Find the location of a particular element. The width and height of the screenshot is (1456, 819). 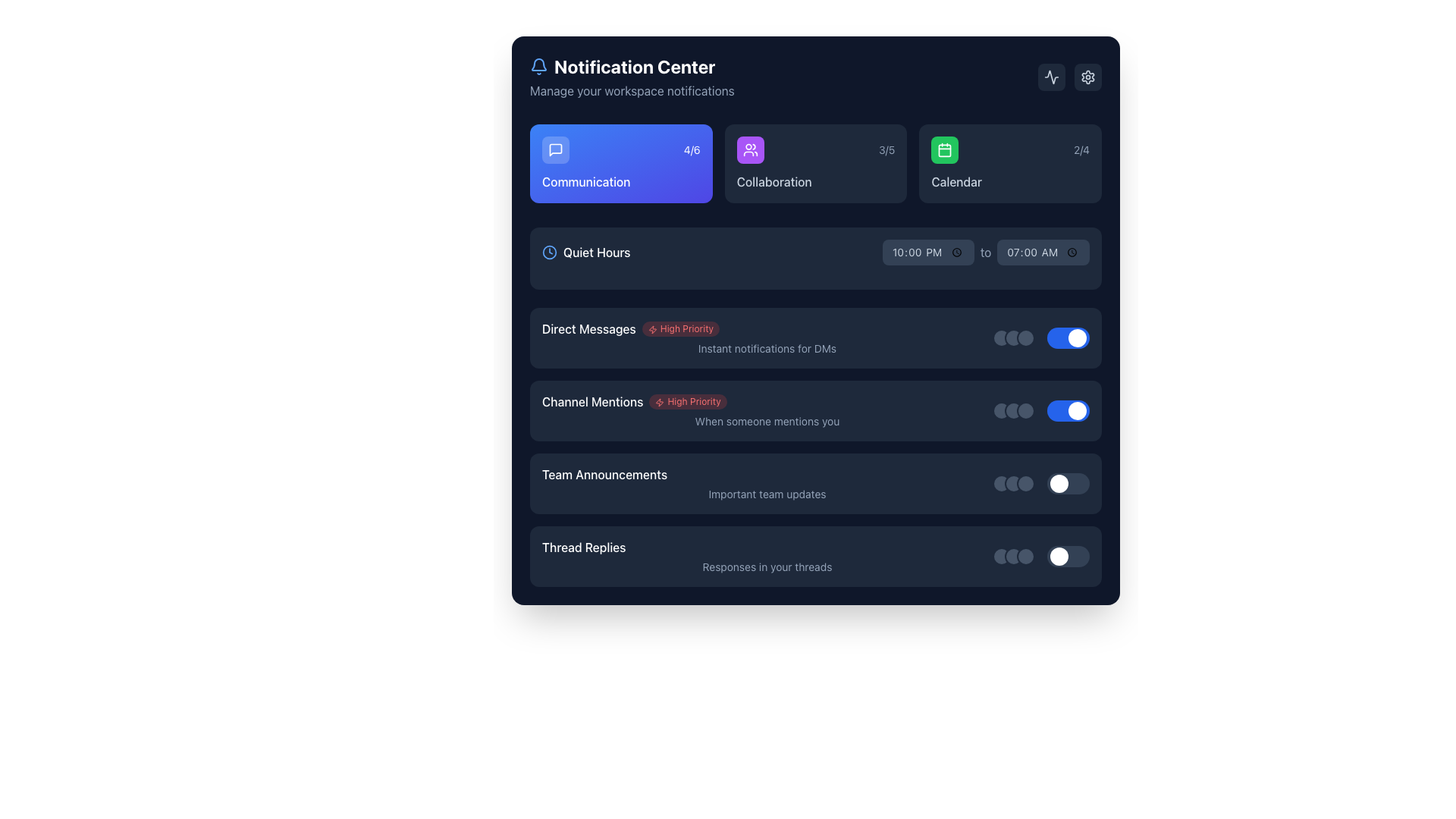

the decorative element within the SVG structure of the calendar icon is located at coordinates (944, 150).